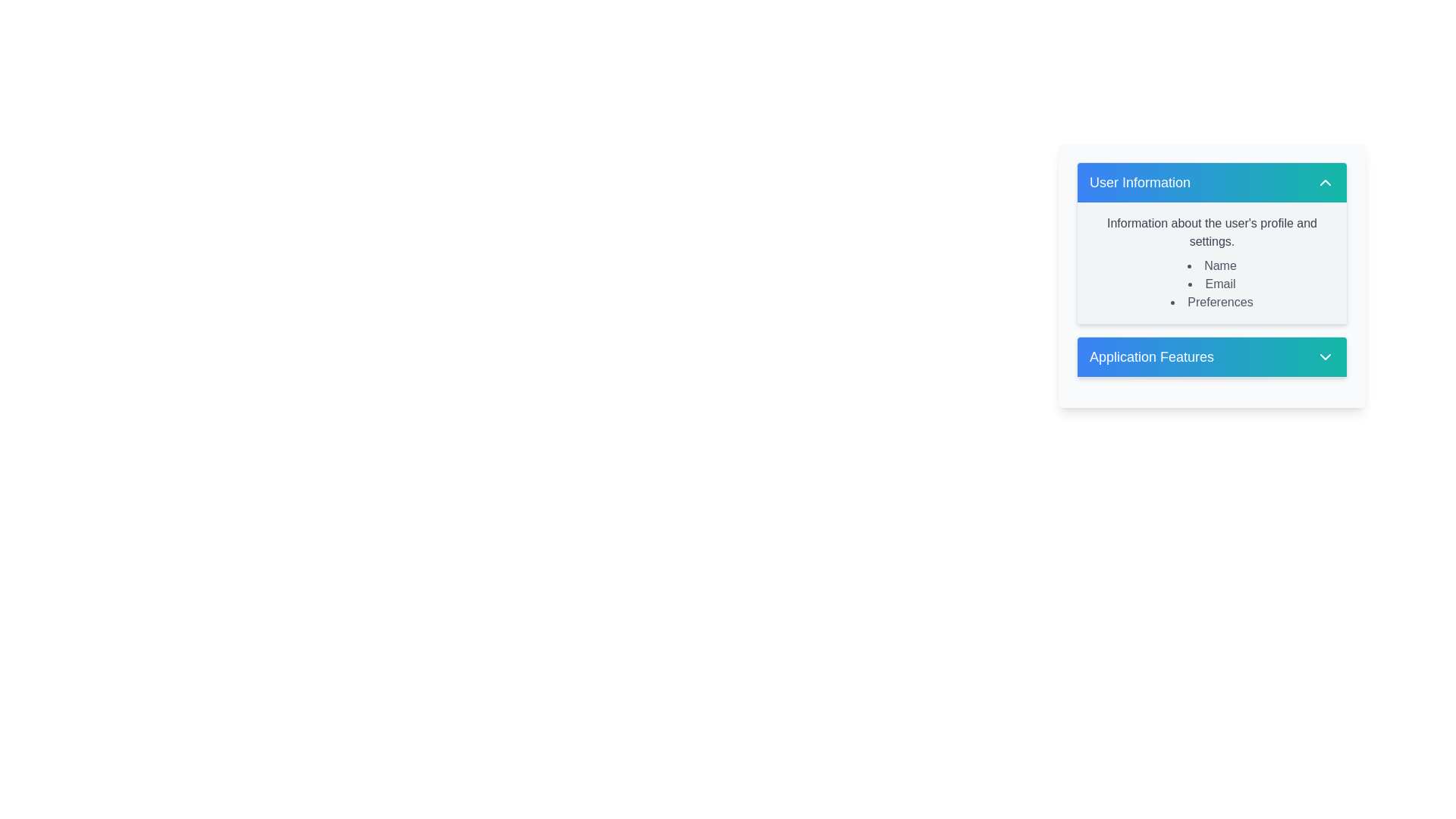 Image resolution: width=1456 pixels, height=819 pixels. I want to click on the Collapsible Header titled 'Application Features', which has a gradient background from blue to teal and is visually distinct with rounded corners and a shadow effect, so click(1211, 356).